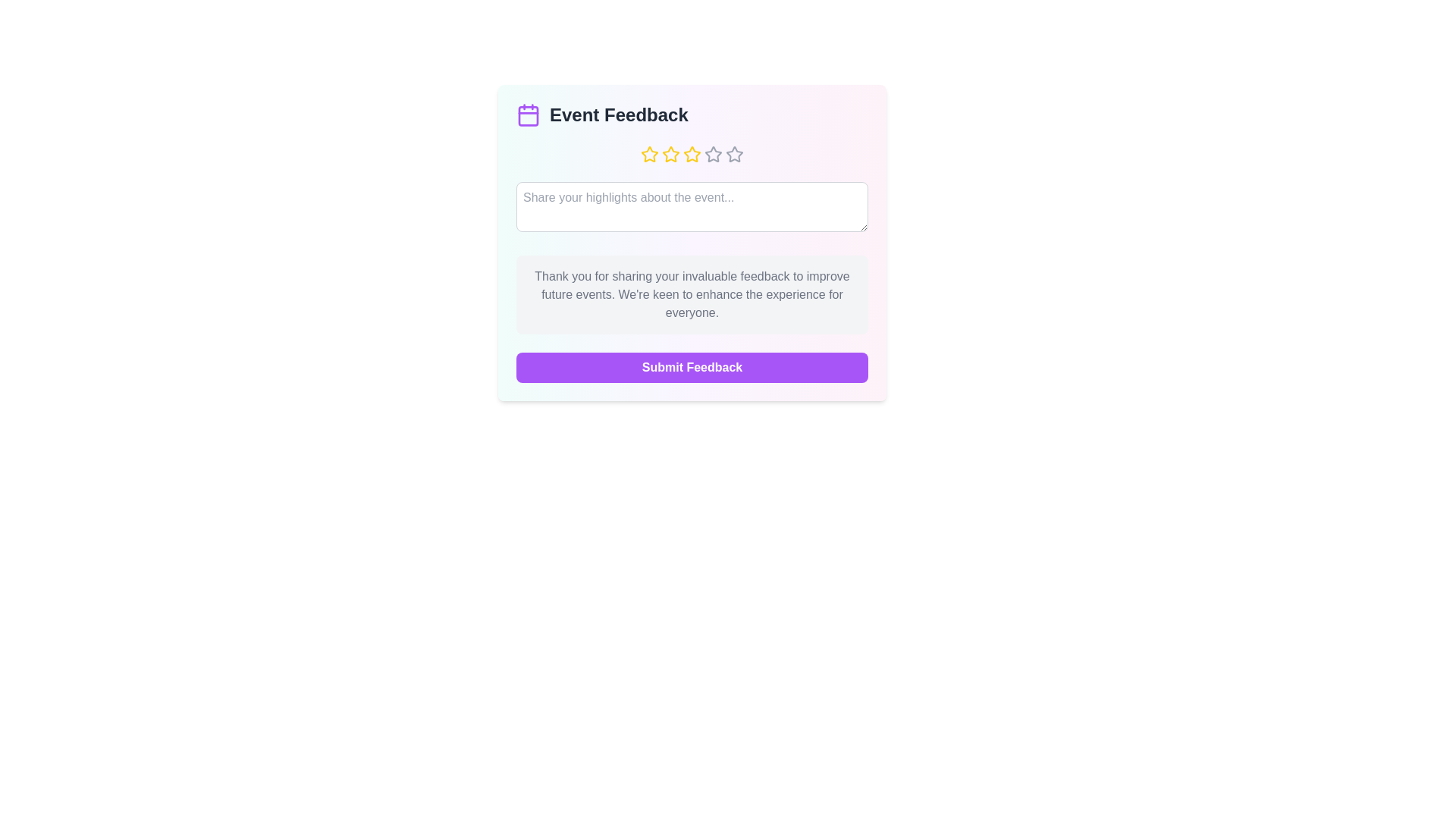 This screenshot has width=1456, height=819. What do you see at coordinates (670, 155) in the screenshot?
I see `the event rating to 2 stars by clicking on the corresponding star` at bounding box center [670, 155].